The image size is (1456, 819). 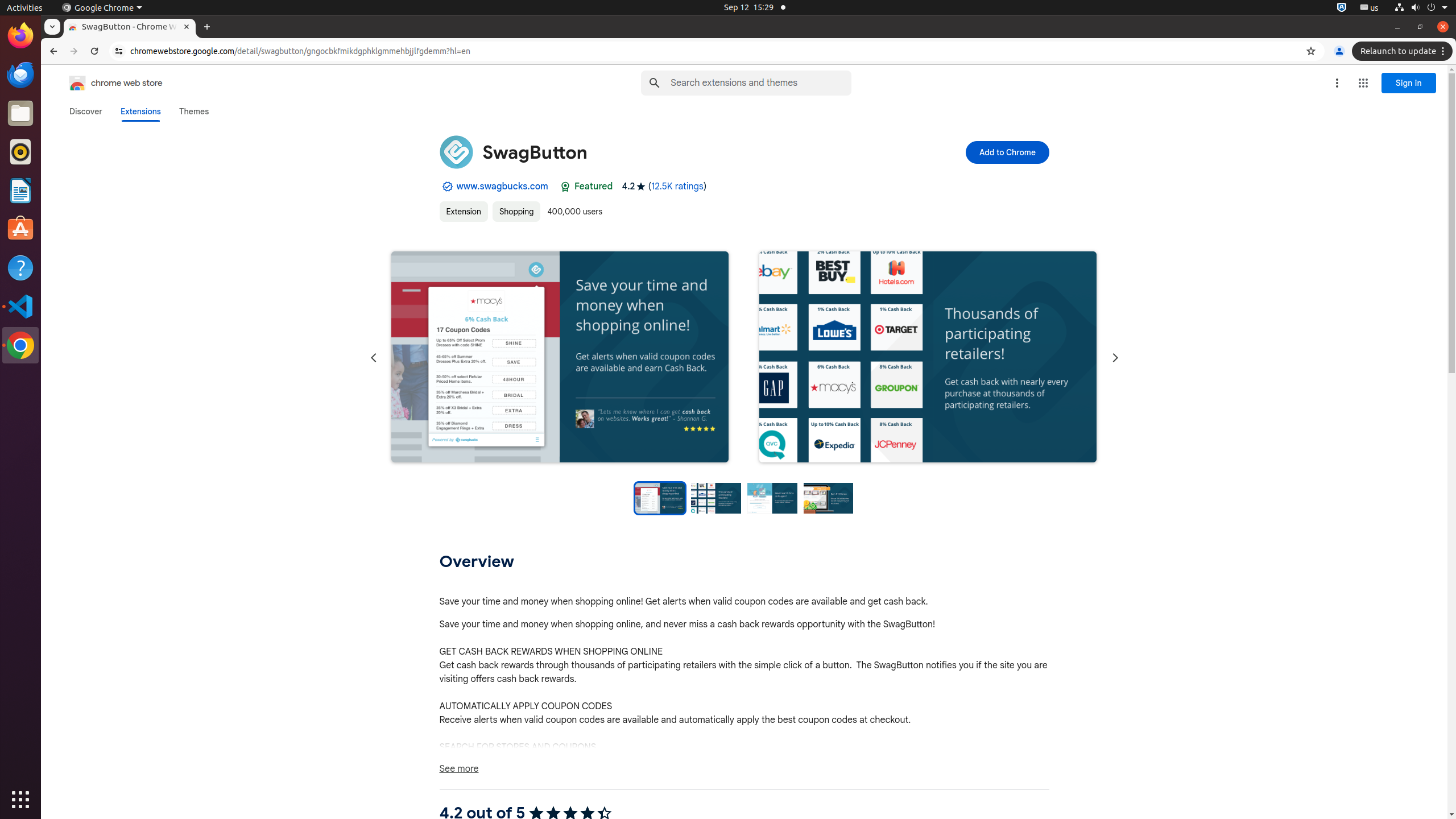 What do you see at coordinates (20, 35) in the screenshot?
I see `'Firefox Web Browser'` at bounding box center [20, 35].